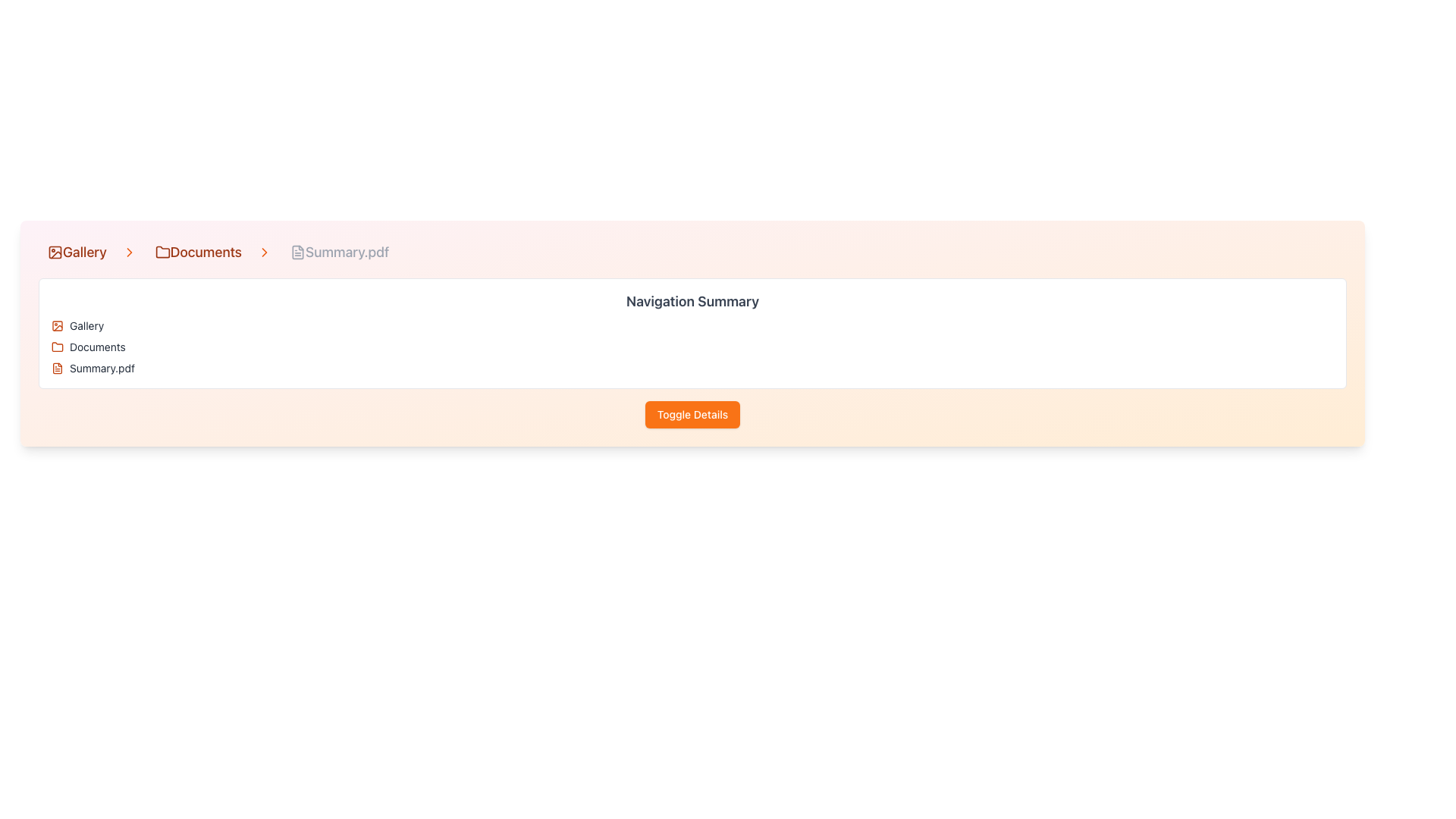  I want to click on the breadcrumb link labeled 'Documents', which features a folder icon on the left and an arrow on the right, for visual feedback, so click(208, 251).